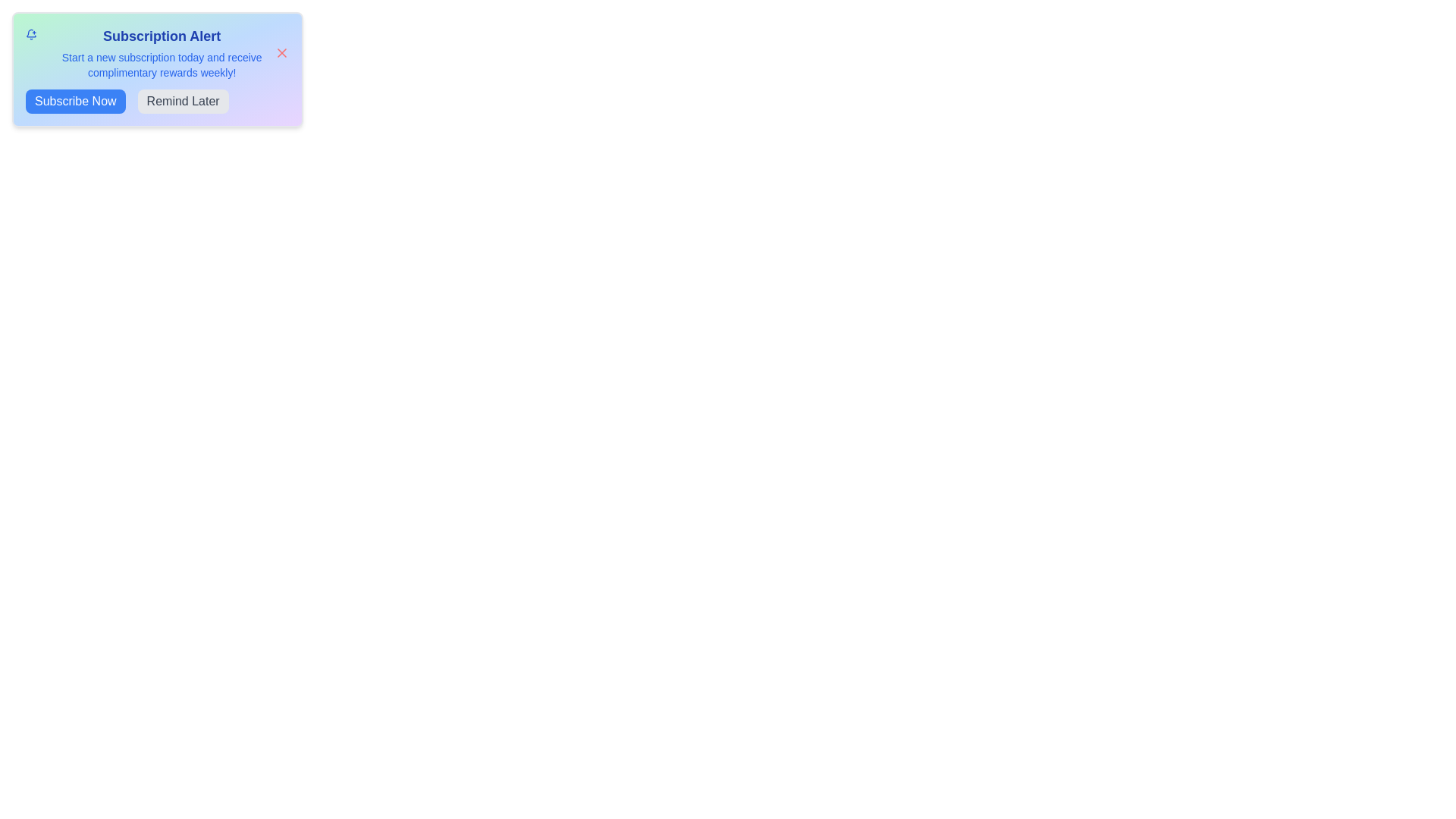 This screenshot has height=819, width=1456. I want to click on the 'Subscribe Now' button to observe its hover effect, so click(74, 102).